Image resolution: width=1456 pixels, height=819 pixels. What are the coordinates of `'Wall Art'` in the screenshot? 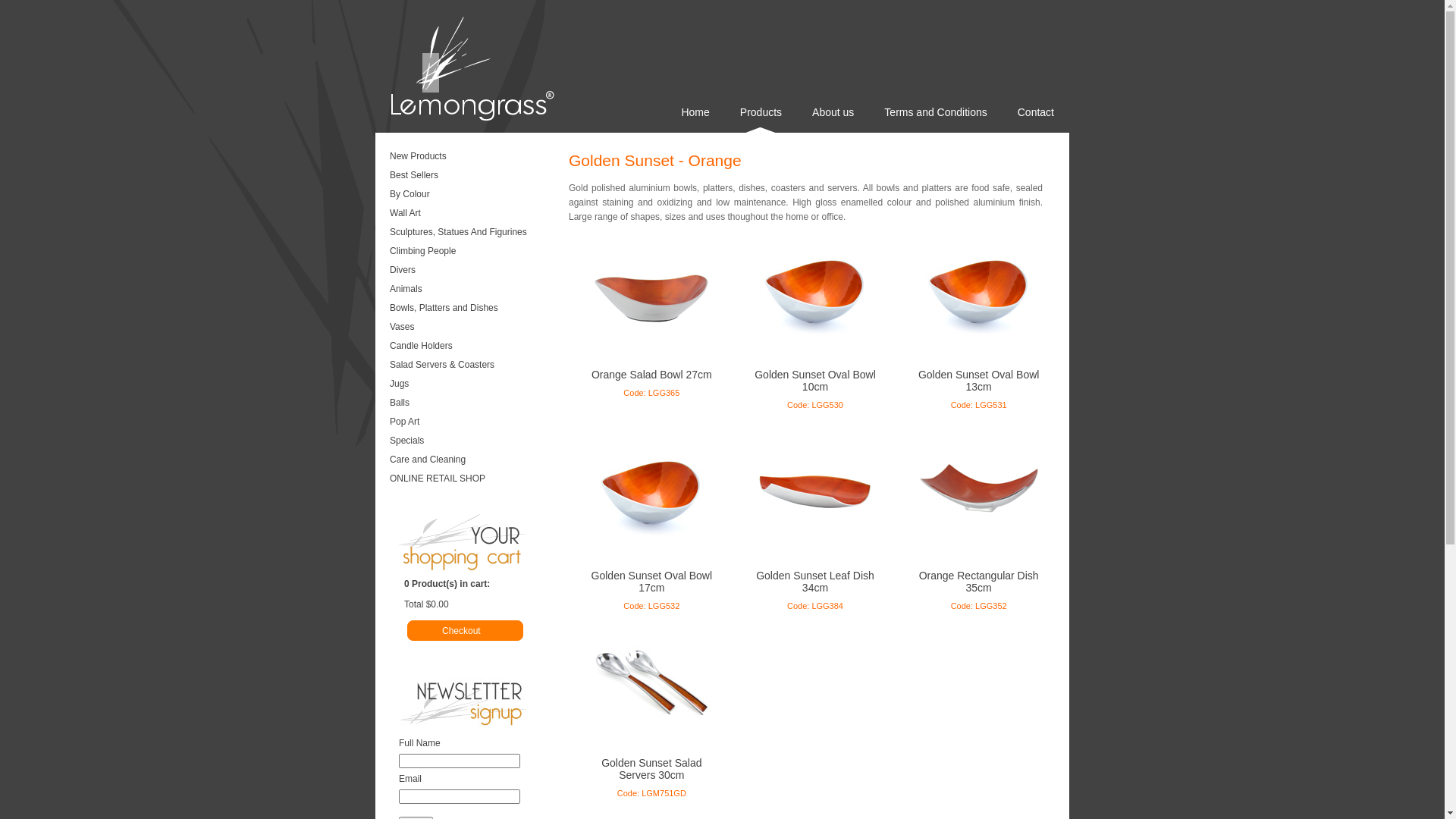 It's located at (469, 214).